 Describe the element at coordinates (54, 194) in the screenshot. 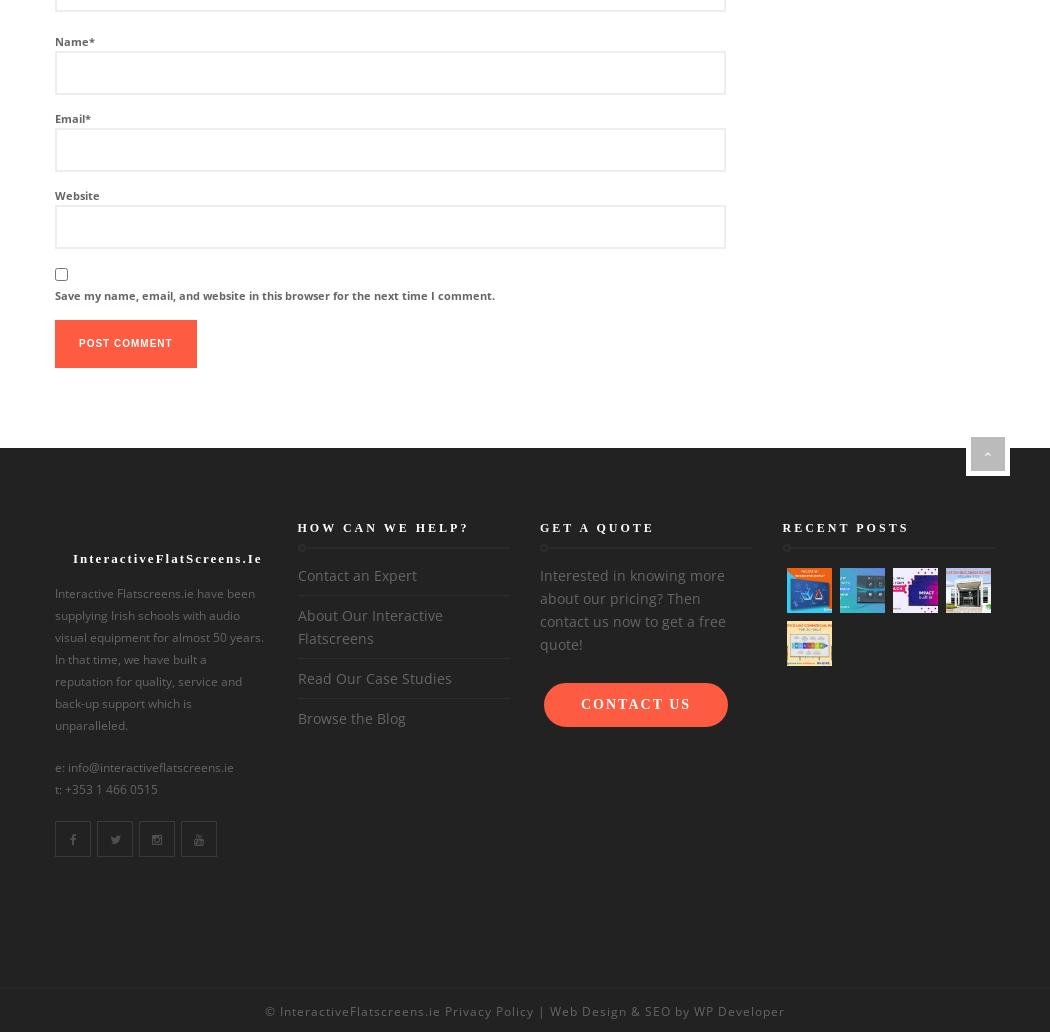

I see `'Website'` at that location.